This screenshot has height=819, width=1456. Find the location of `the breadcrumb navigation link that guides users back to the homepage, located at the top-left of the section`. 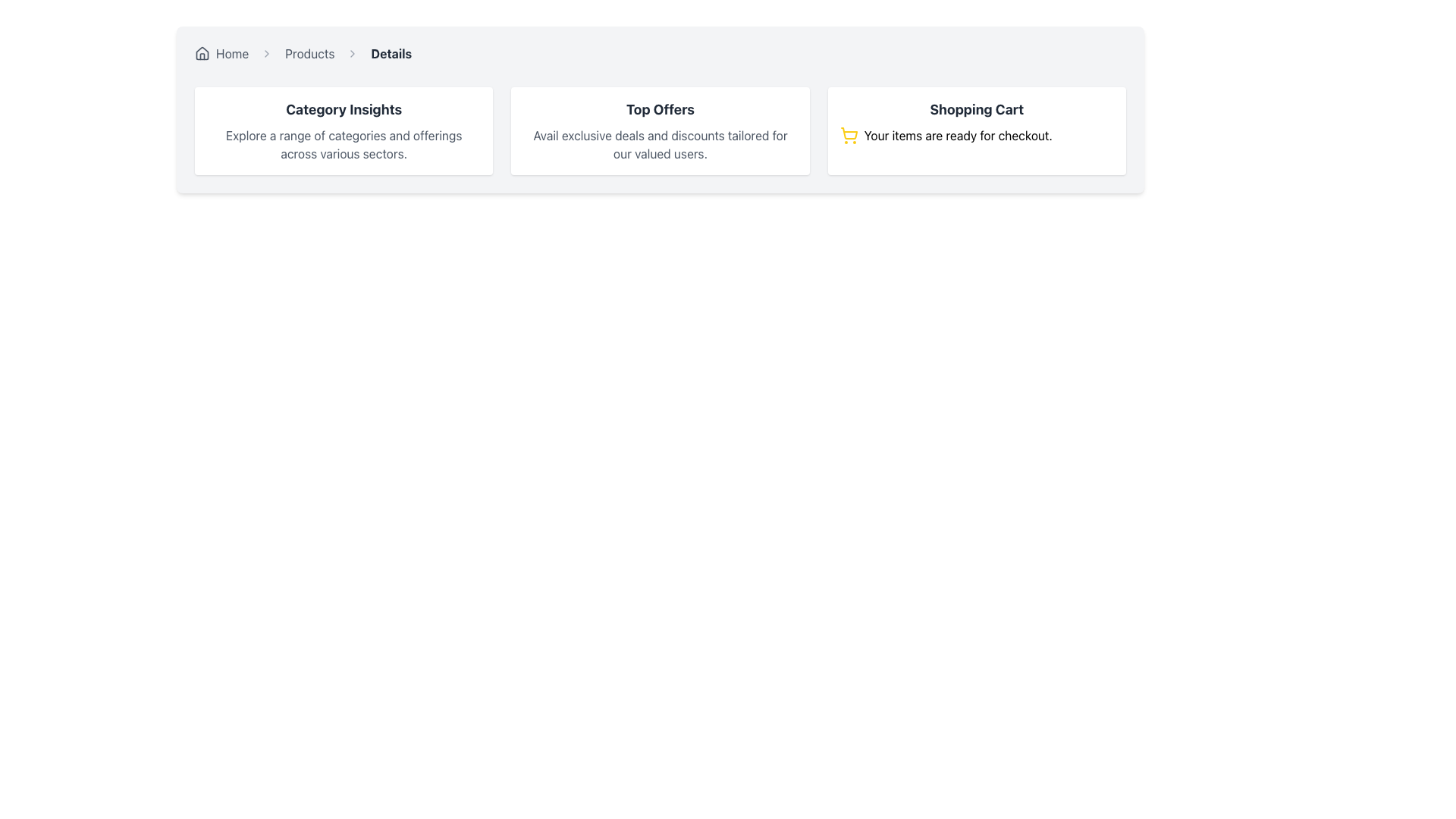

the breadcrumb navigation link that guides users back to the homepage, located at the top-left of the section is located at coordinates (221, 52).